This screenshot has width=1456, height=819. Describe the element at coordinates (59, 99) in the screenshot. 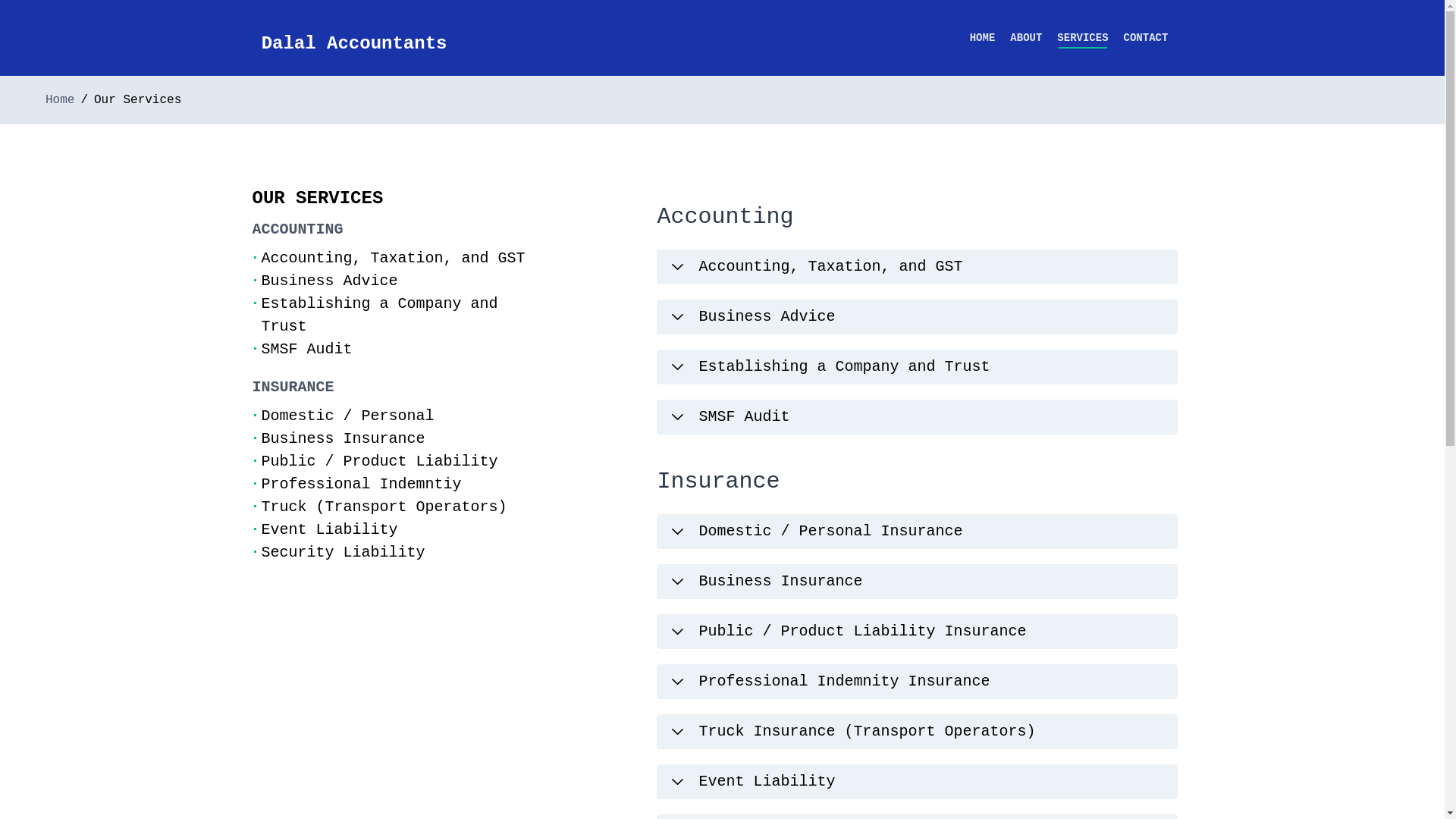

I see `'Home'` at that location.